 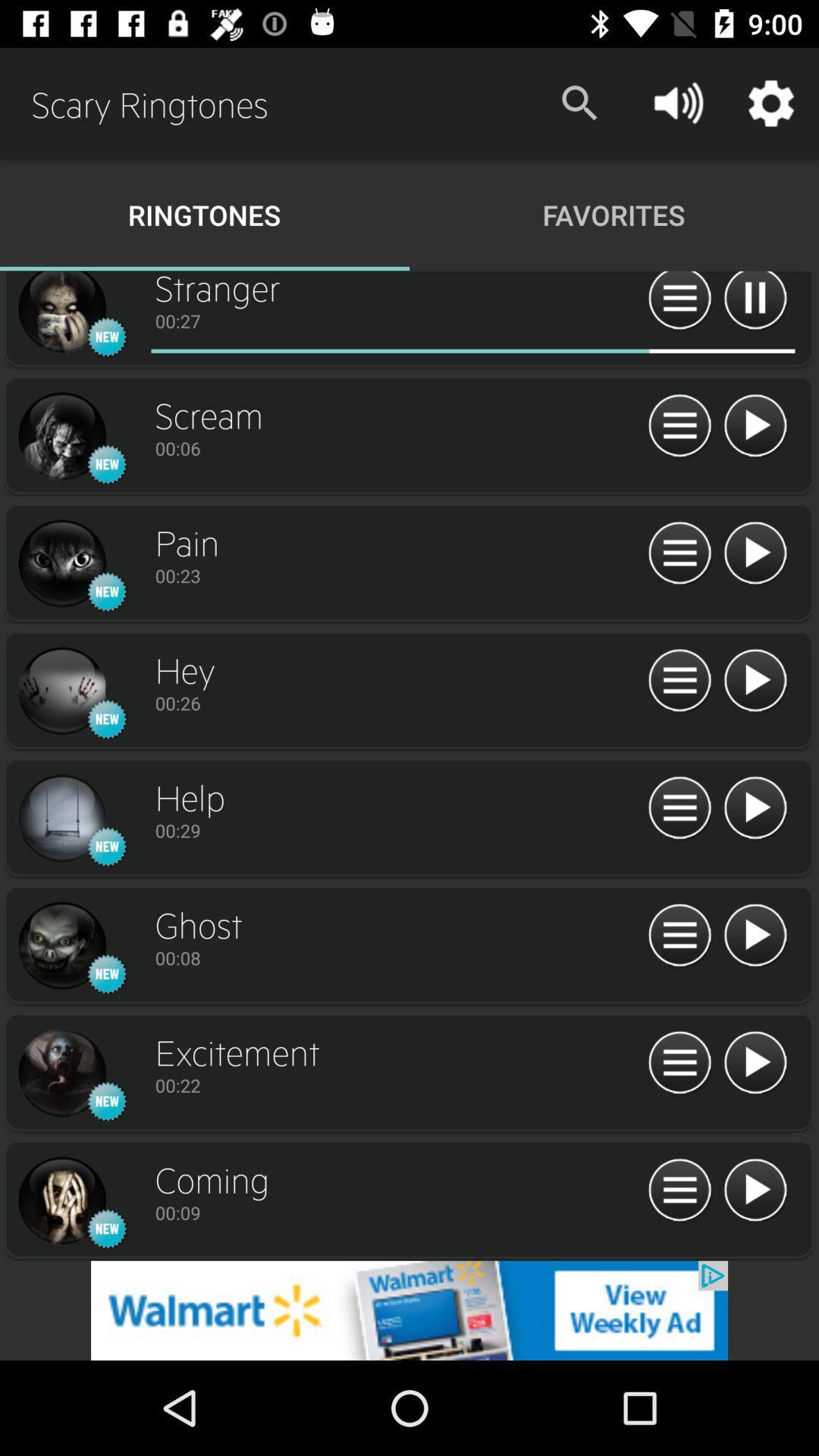 I want to click on song, so click(x=755, y=935).